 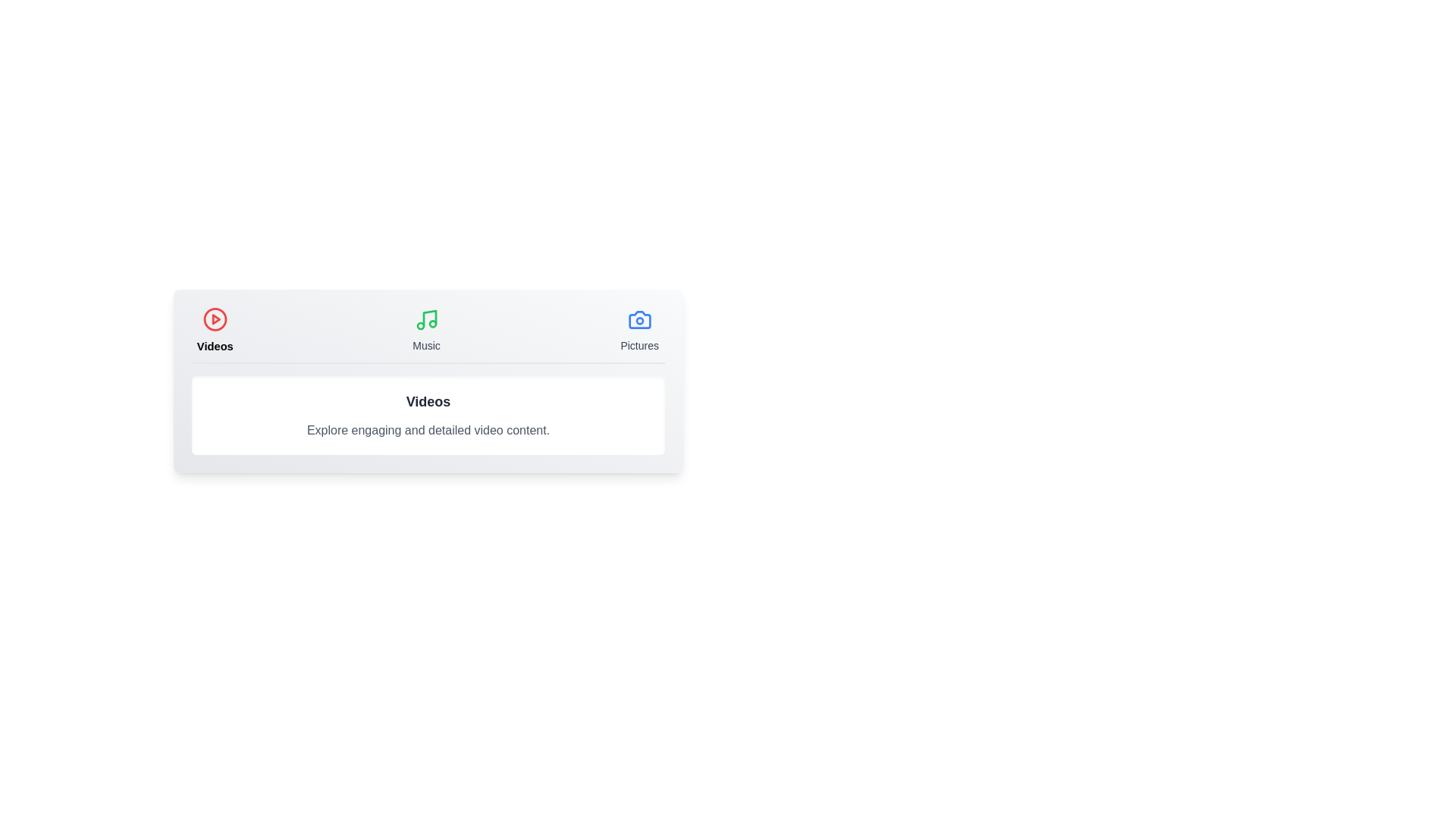 What do you see at coordinates (214, 329) in the screenshot?
I see `the Videos tab by clicking on its button` at bounding box center [214, 329].